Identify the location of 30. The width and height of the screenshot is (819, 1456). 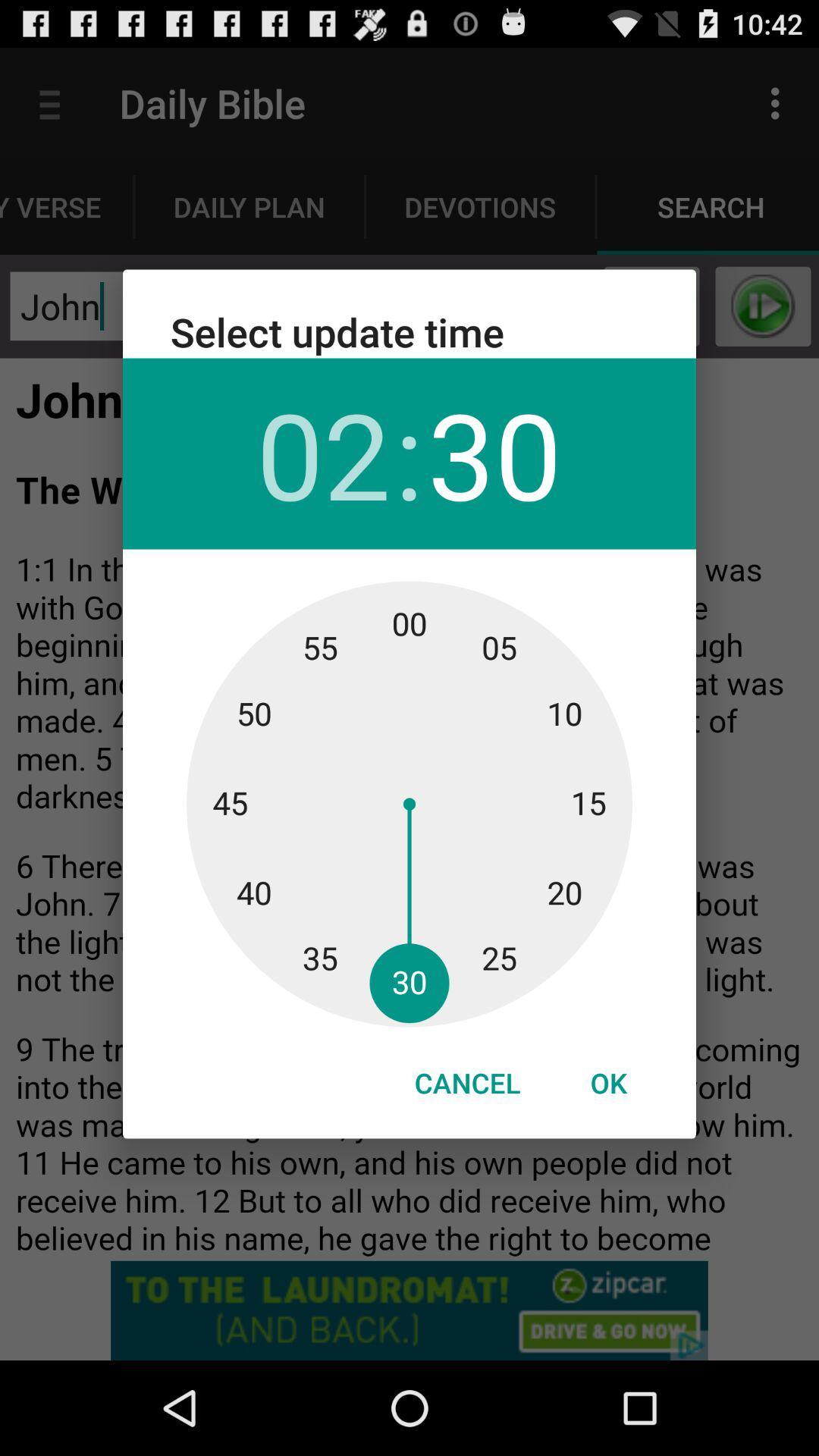
(494, 453).